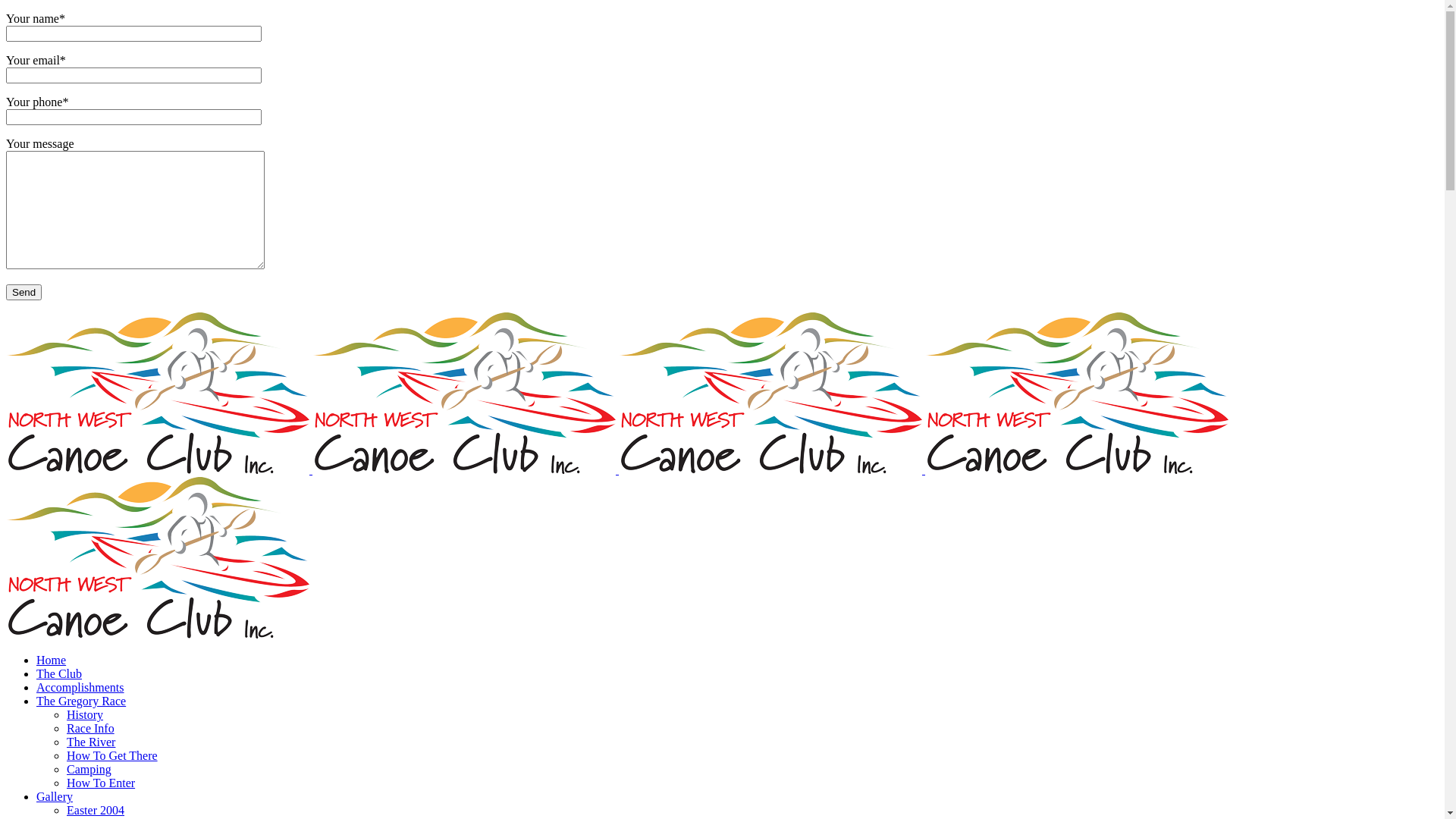 This screenshot has width=1456, height=819. What do you see at coordinates (79, 687) in the screenshot?
I see `'Accomplishments'` at bounding box center [79, 687].